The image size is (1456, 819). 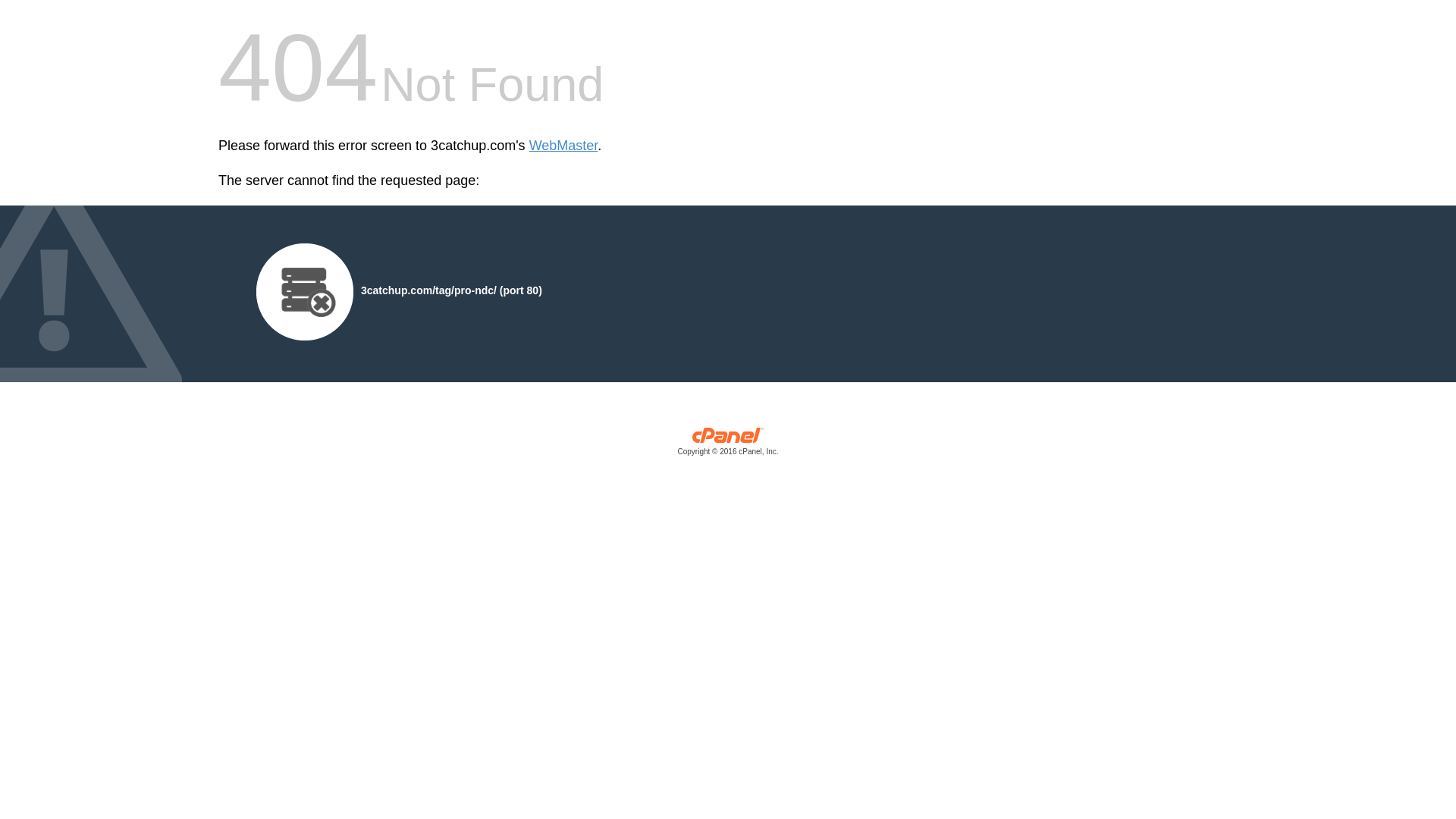 I want to click on 'WebMaster', so click(x=563, y=146).